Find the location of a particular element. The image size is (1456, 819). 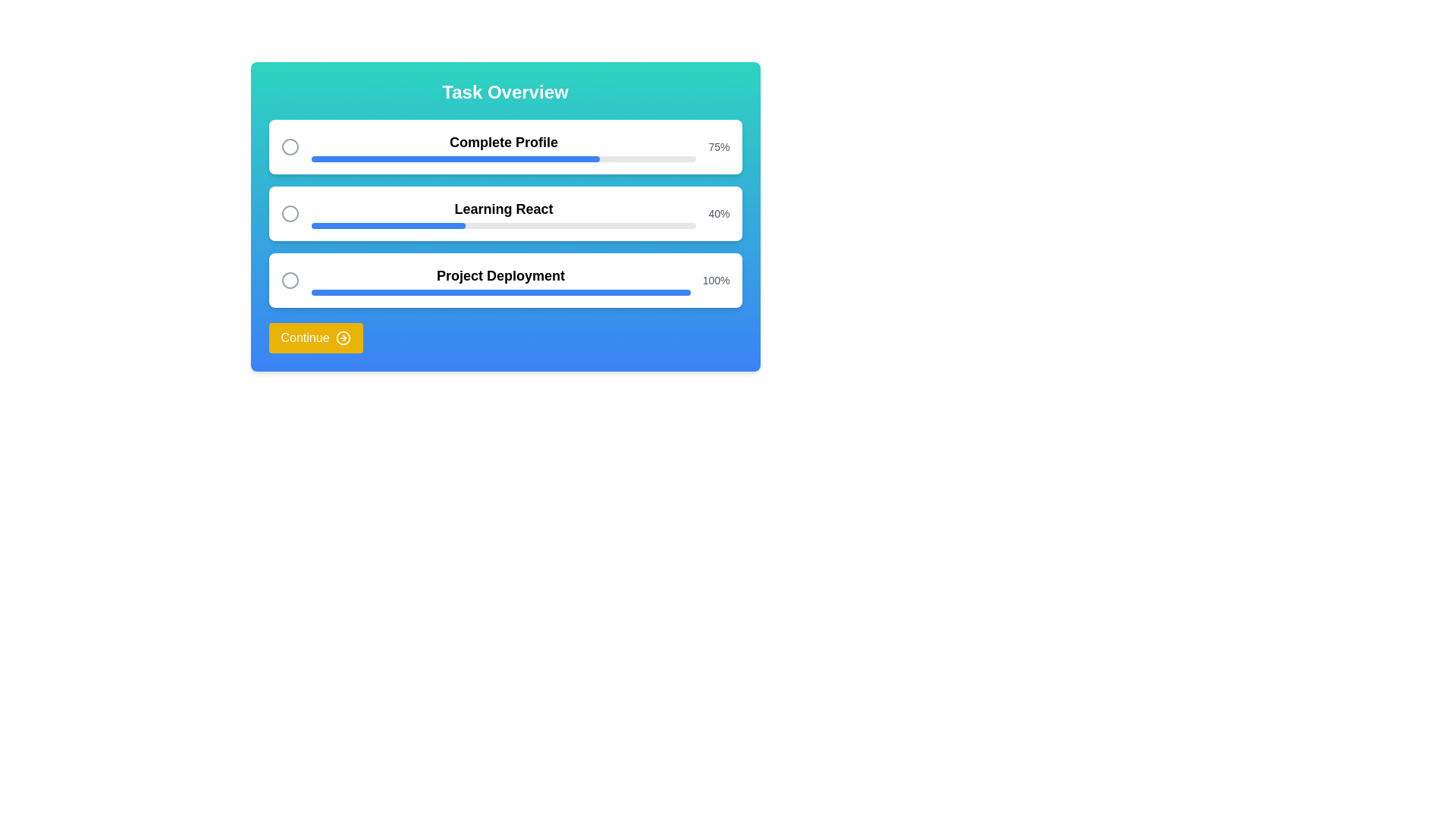

the blue progress bar indicating 75% completion, which is located below the 'Complete Profile' text in the first progress bar section is located at coordinates (504, 158).